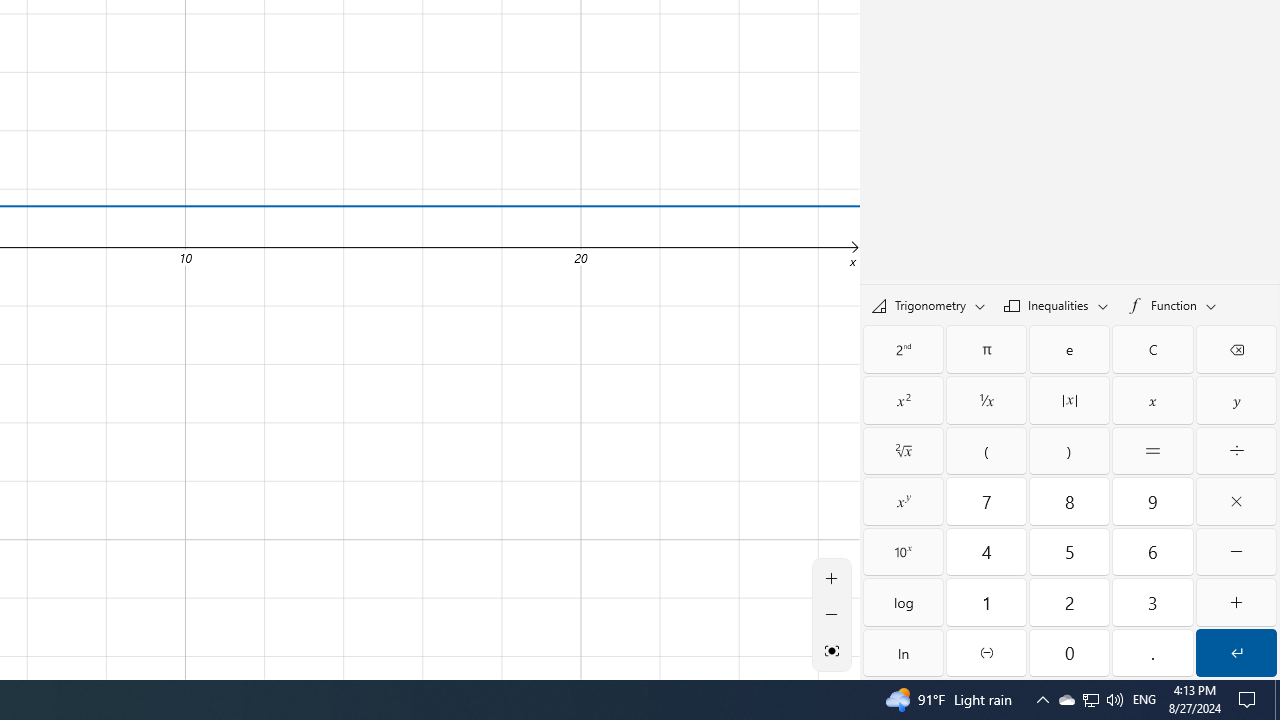 The width and height of the screenshot is (1280, 720). Describe the element at coordinates (1235, 500) in the screenshot. I see `'Multiply by'` at that location.